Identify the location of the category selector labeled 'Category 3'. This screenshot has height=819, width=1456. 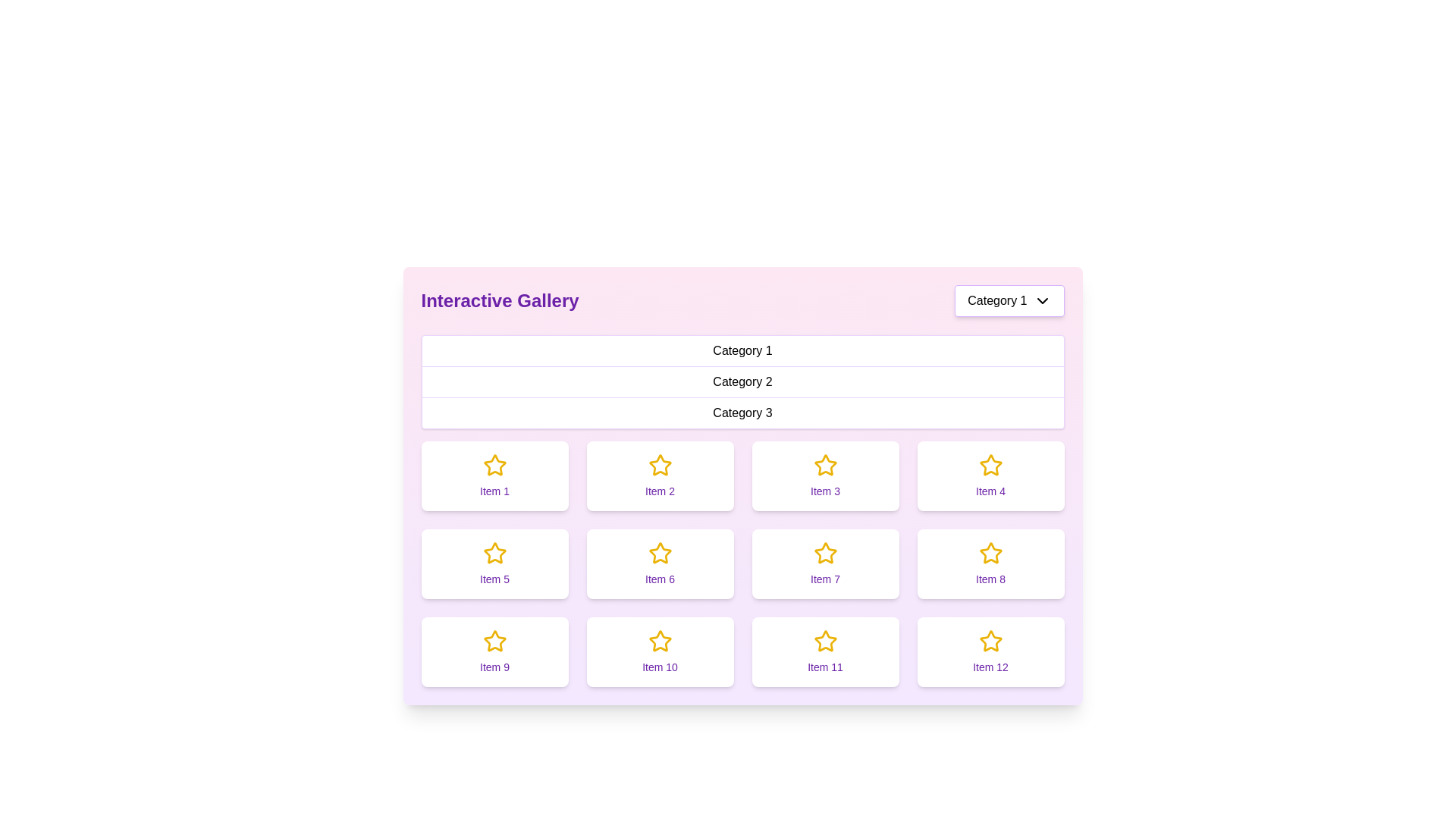
(742, 413).